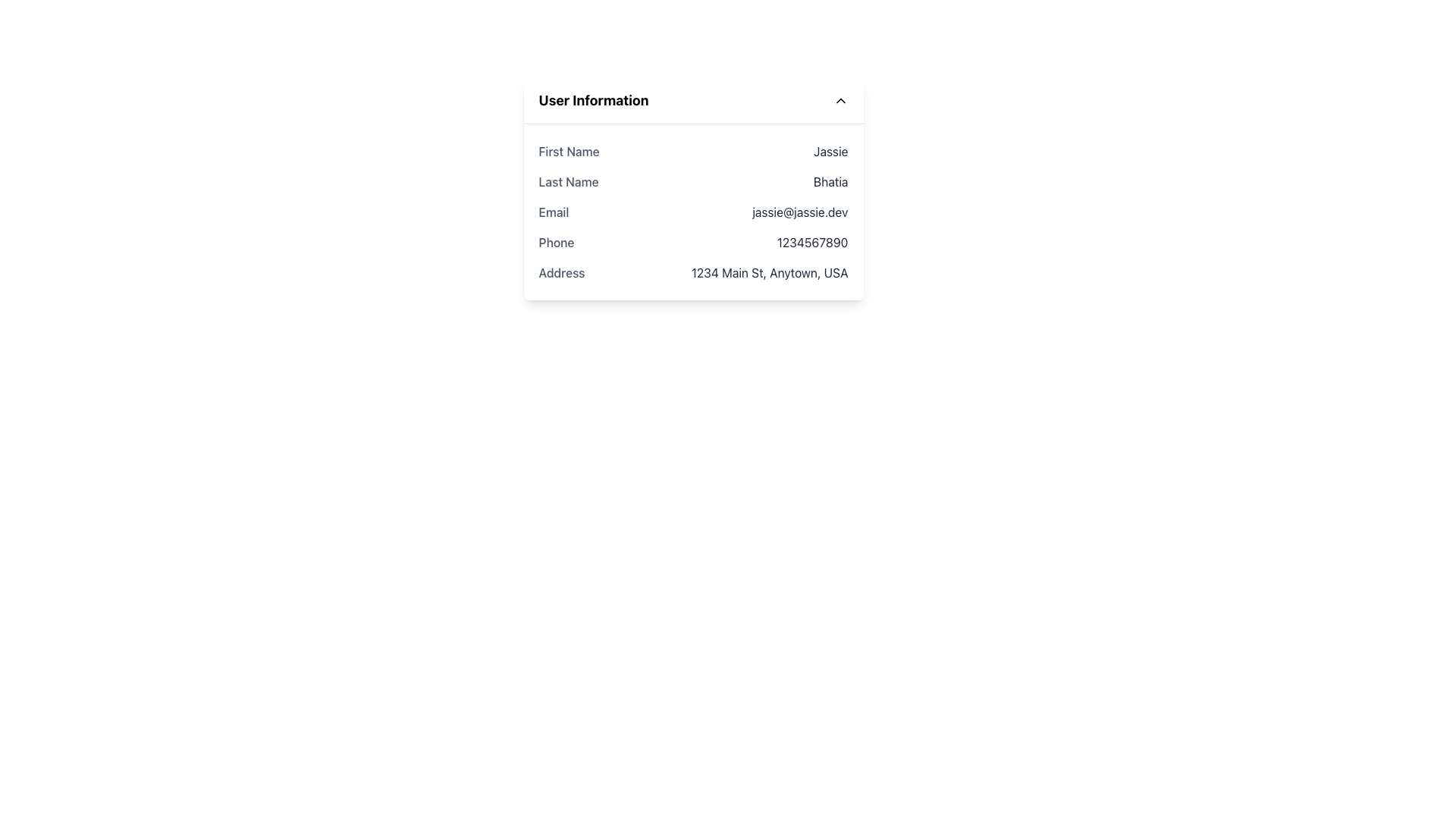  What do you see at coordinates (560, 271) in the screenshot?
I see `the 'Address' text label, which is a medium-weight gray font located on the left side of the user details section, preceding the actual address information` at bounding box center [560, 271].